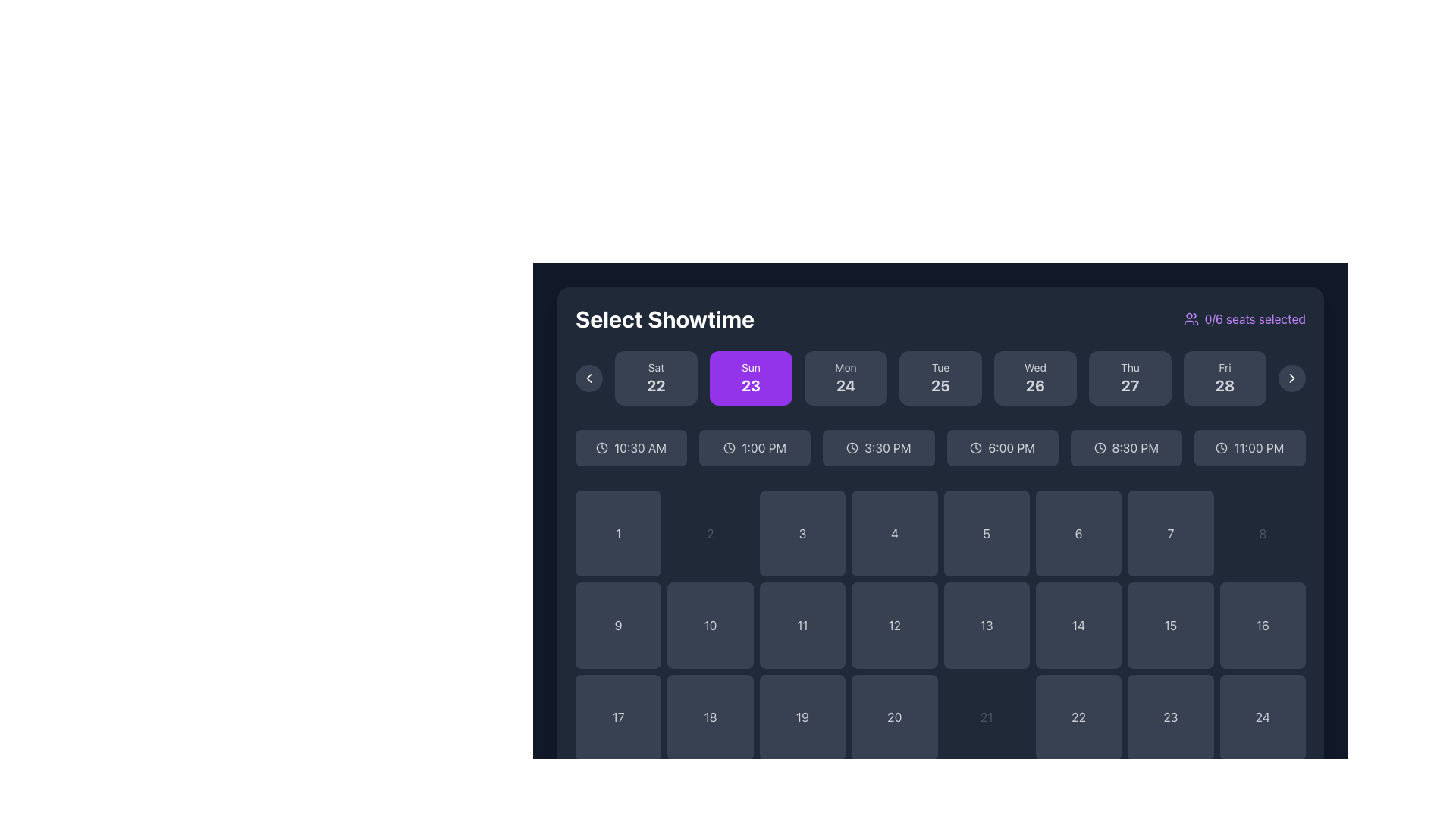 This screenshot has height=819, width=1456. What do you see at coordinates (1003, 447) in the screenshot?
I see `the rounded rectangular button labeled '6:00 PM' with a dark gray background for keyboard interaction` at bounding box center [1003, 447].